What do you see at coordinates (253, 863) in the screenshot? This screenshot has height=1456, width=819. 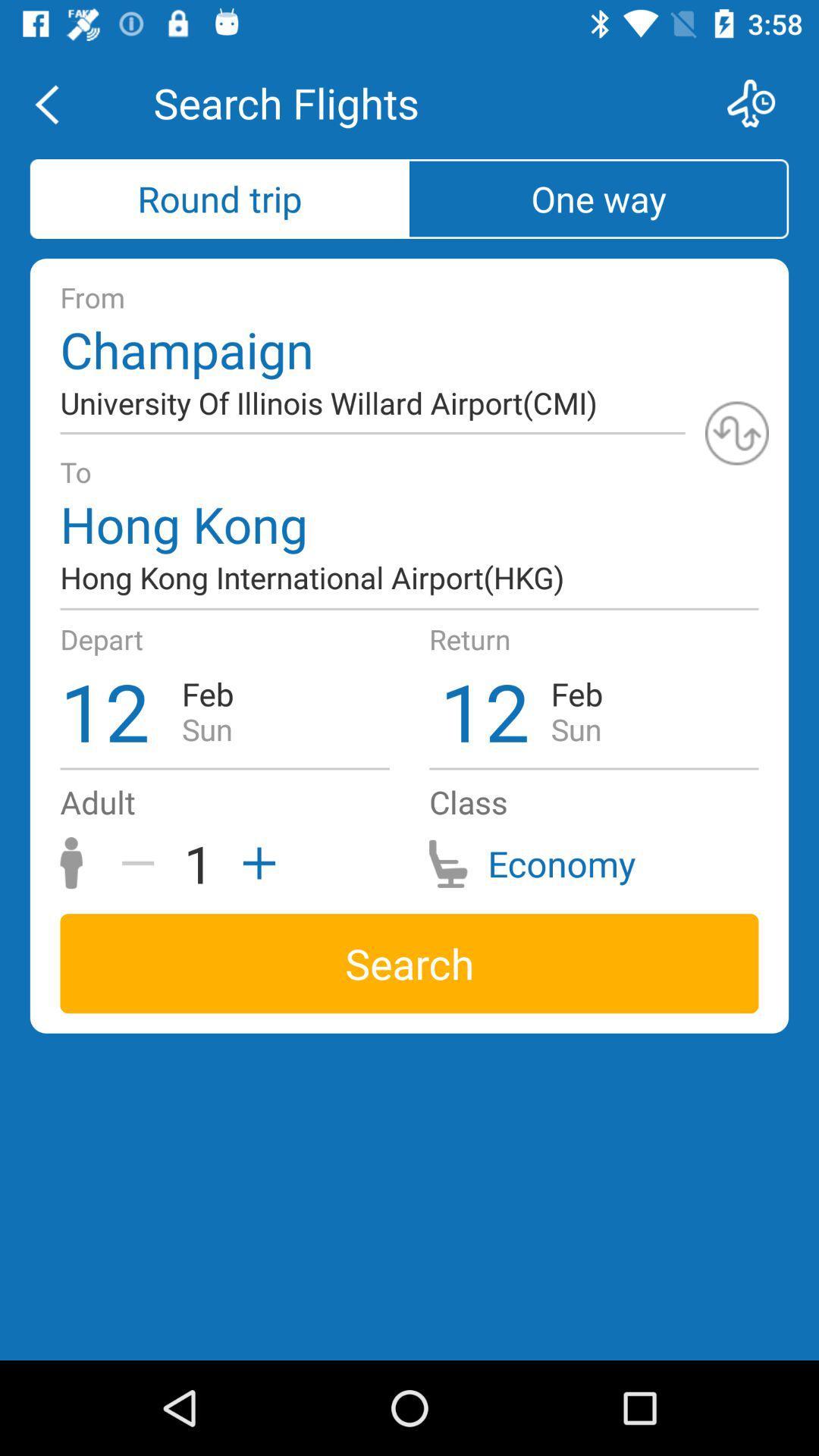 I see `the number of adults up` at bounding box center [253, 863].